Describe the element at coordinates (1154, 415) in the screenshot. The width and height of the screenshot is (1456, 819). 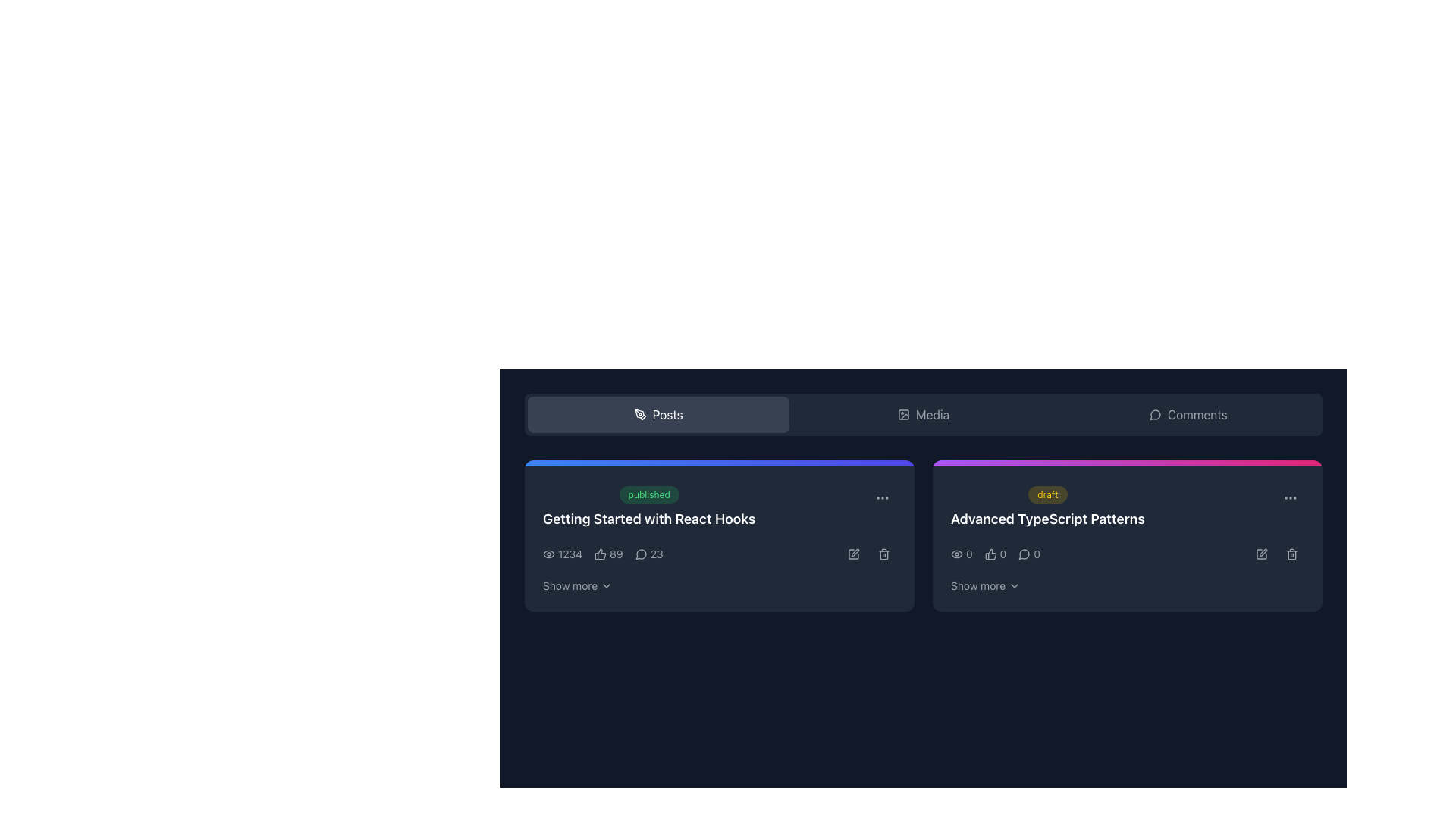
I see `the circular chat bubble icon` at that location.